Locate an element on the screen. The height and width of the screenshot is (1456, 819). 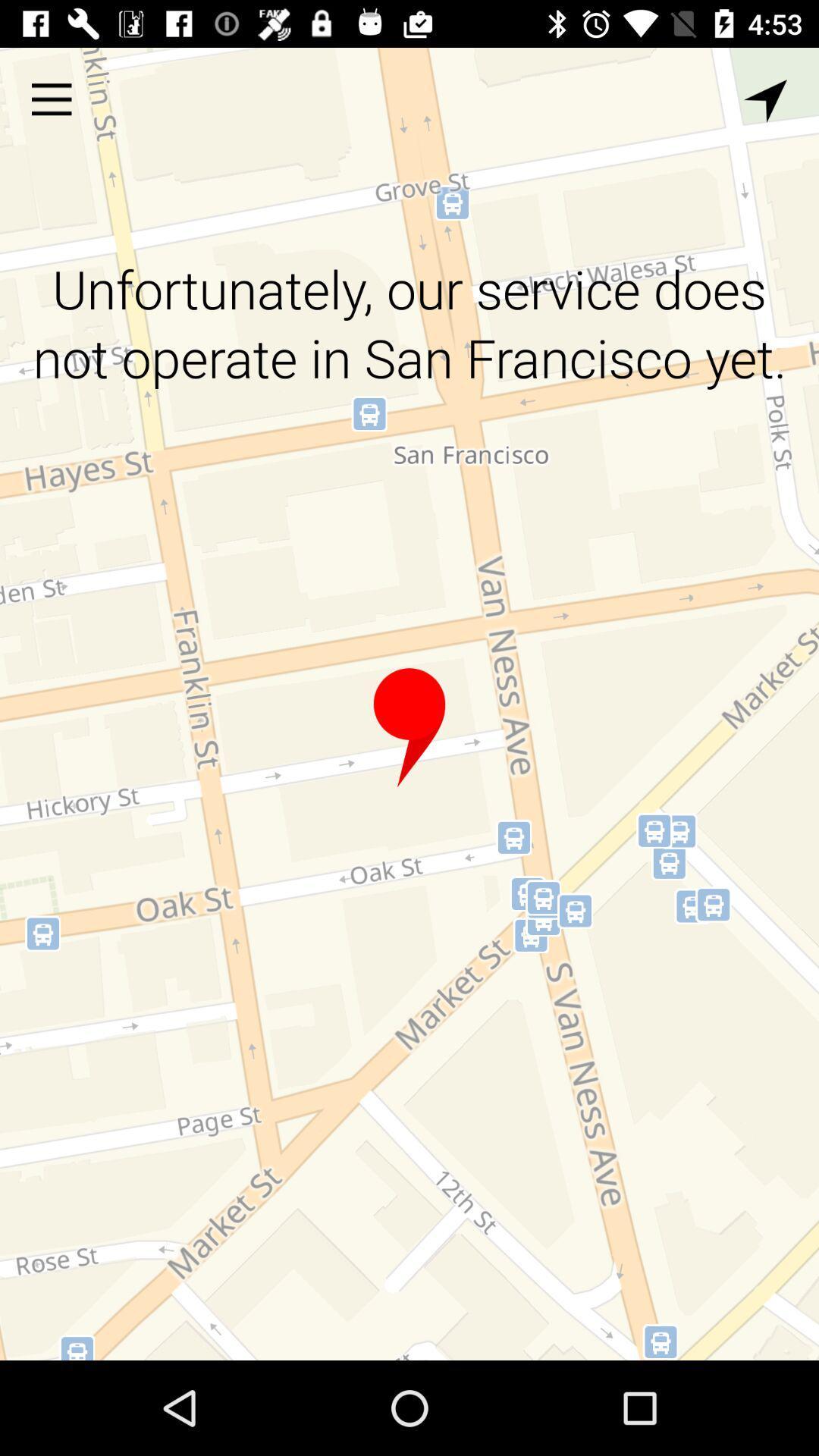
more options is located at coordinates (51, 99).